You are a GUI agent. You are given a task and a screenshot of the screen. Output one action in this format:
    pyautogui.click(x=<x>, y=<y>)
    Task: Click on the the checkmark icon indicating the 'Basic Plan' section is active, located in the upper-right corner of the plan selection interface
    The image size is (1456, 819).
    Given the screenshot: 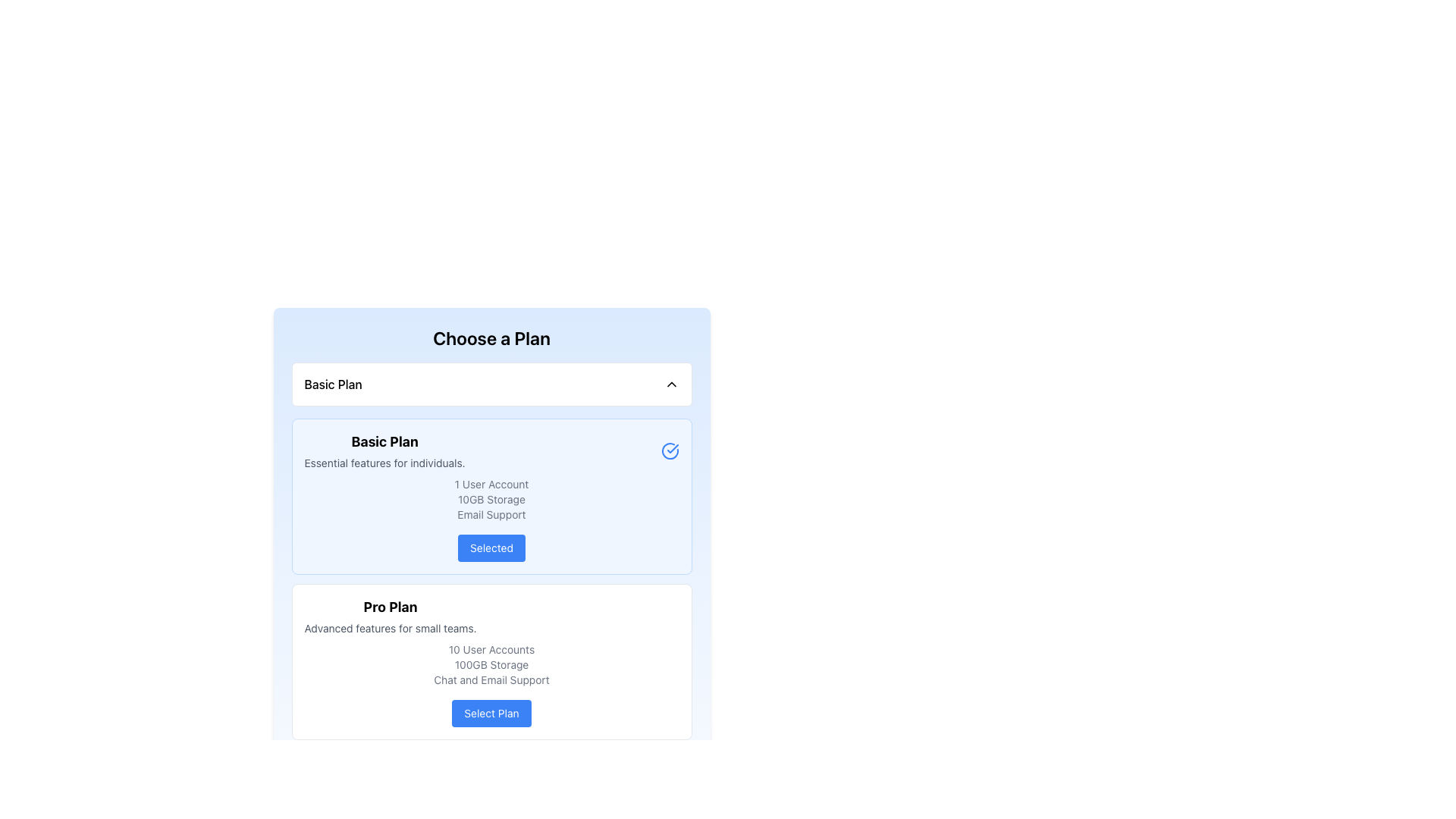 What is the action you would take?
    pyautogui.click(x=672, y=447)
    